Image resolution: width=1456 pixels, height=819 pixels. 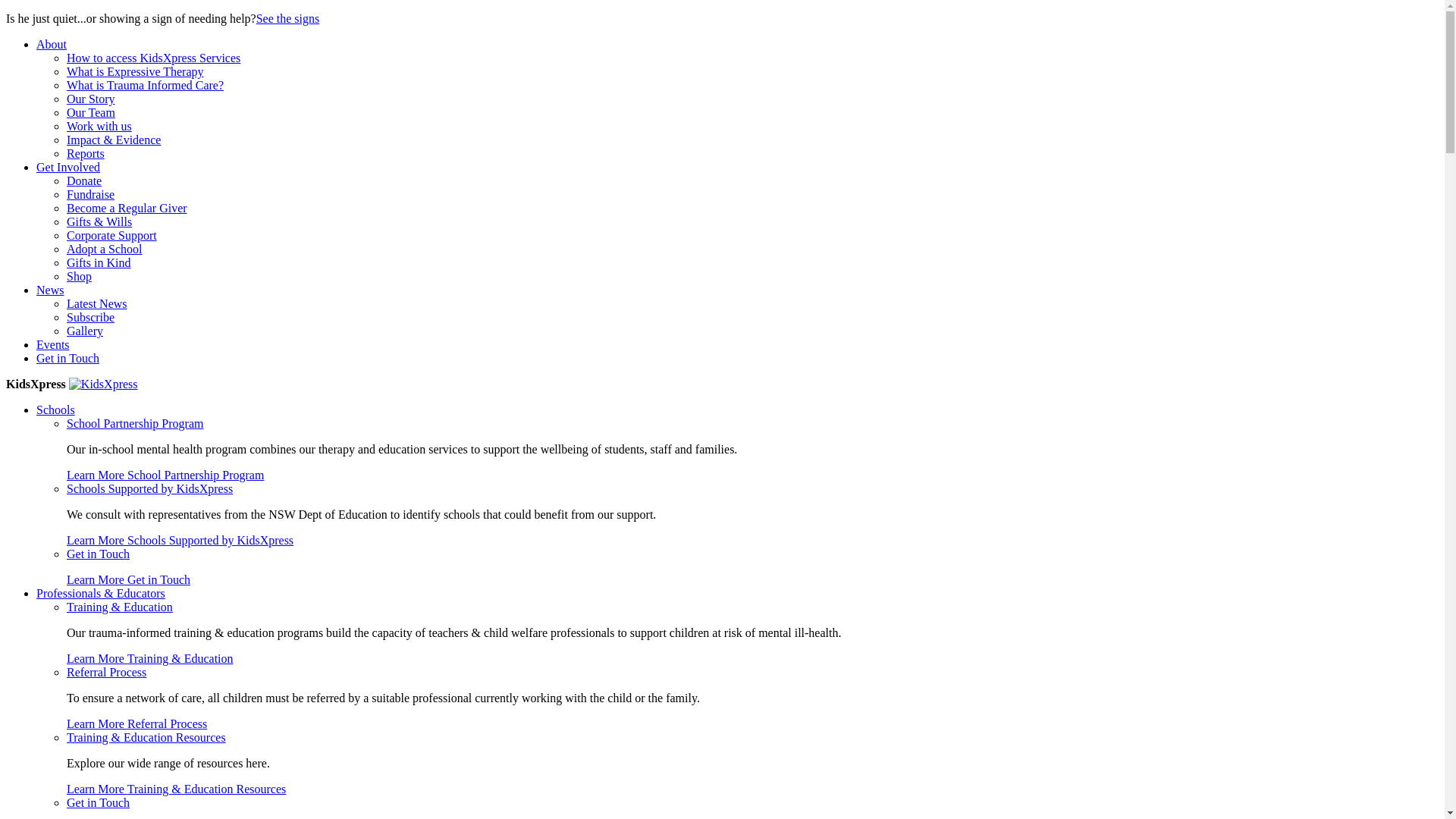 I want to click on 'Learn More School Partnership Program', so click(x=165, y=474).